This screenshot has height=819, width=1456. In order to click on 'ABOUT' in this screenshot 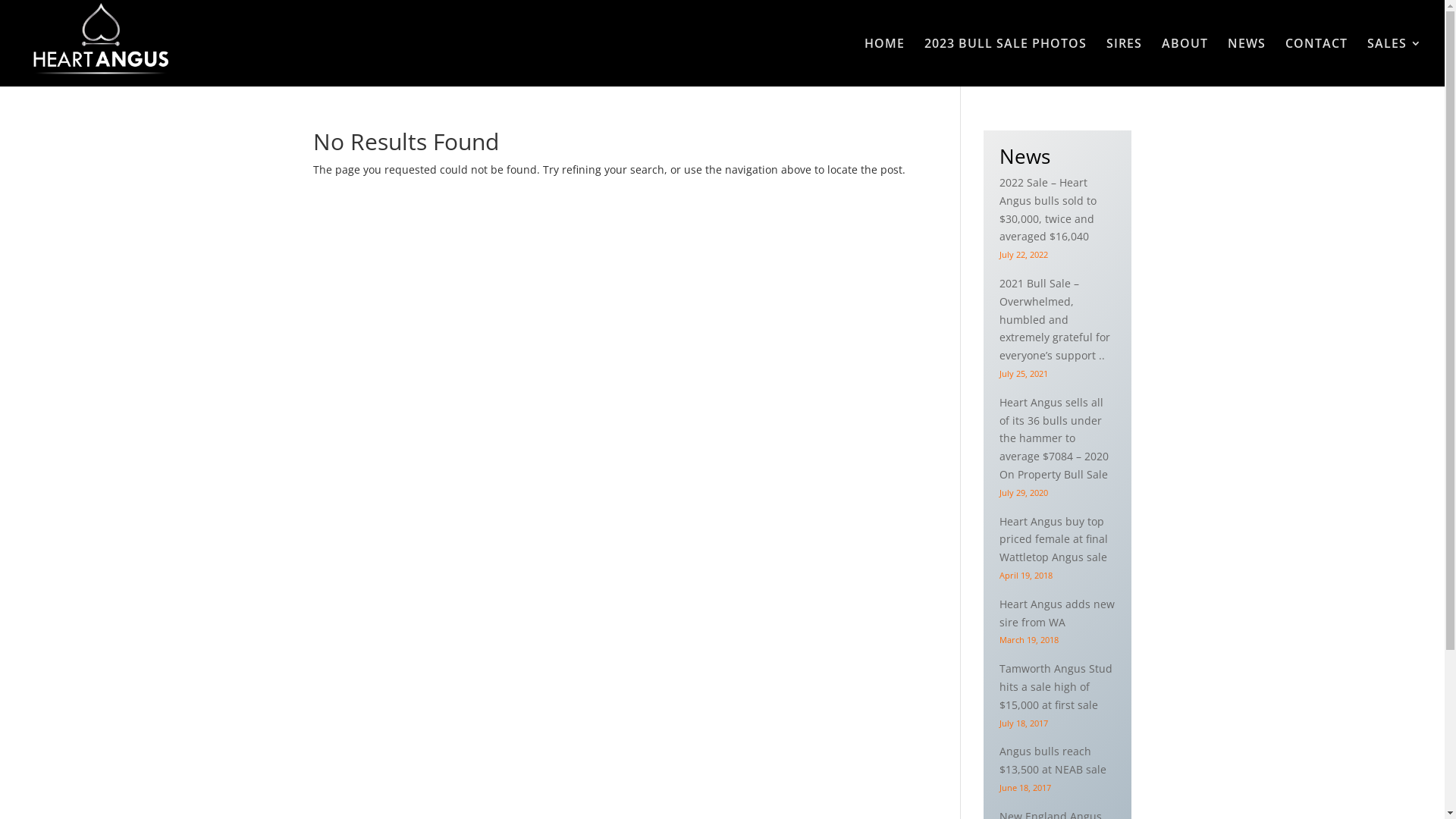, I will do `click(1184, 61)`.